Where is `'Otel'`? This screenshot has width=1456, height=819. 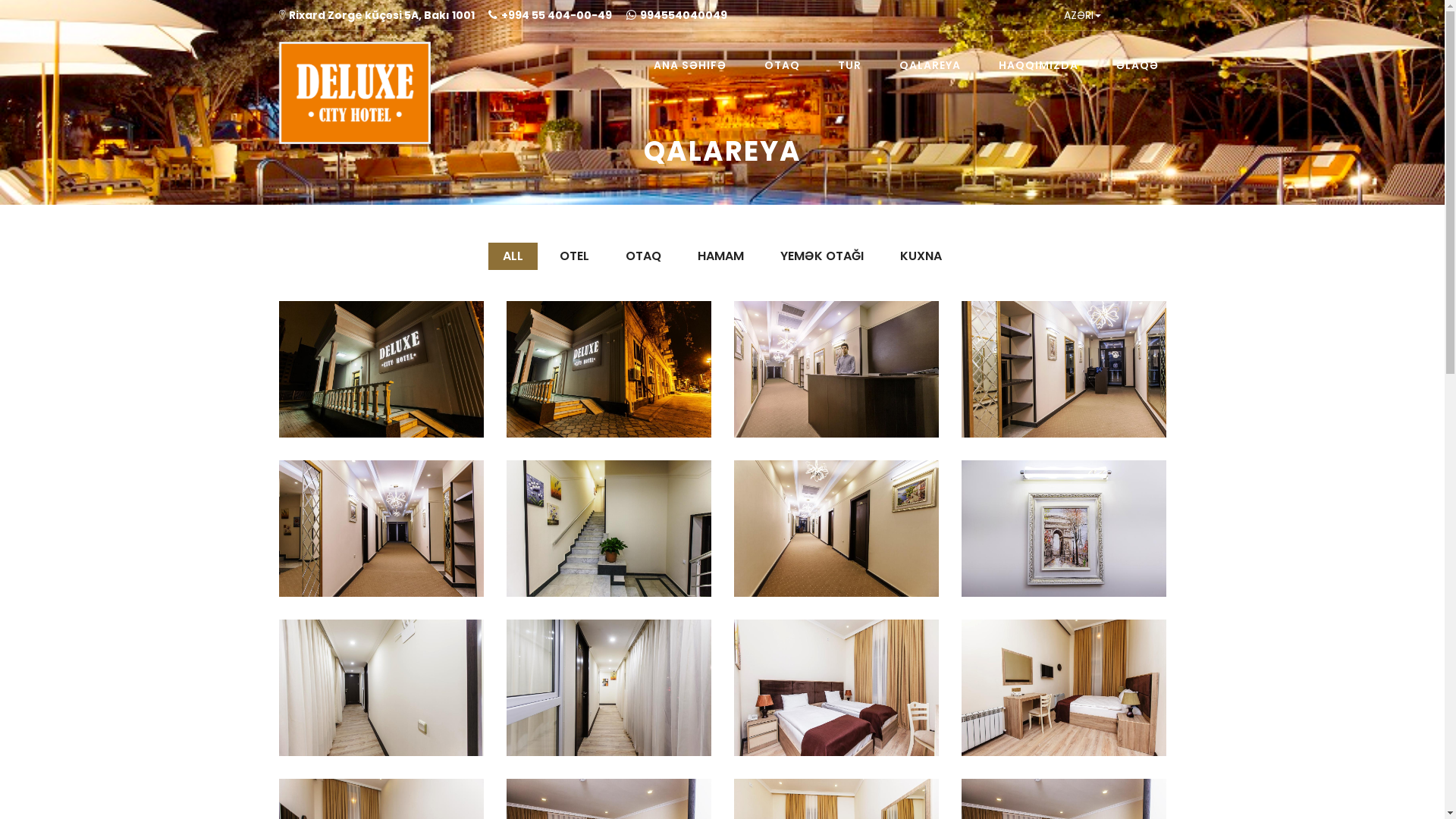
'Otel' is located at coordinates (381, 687).